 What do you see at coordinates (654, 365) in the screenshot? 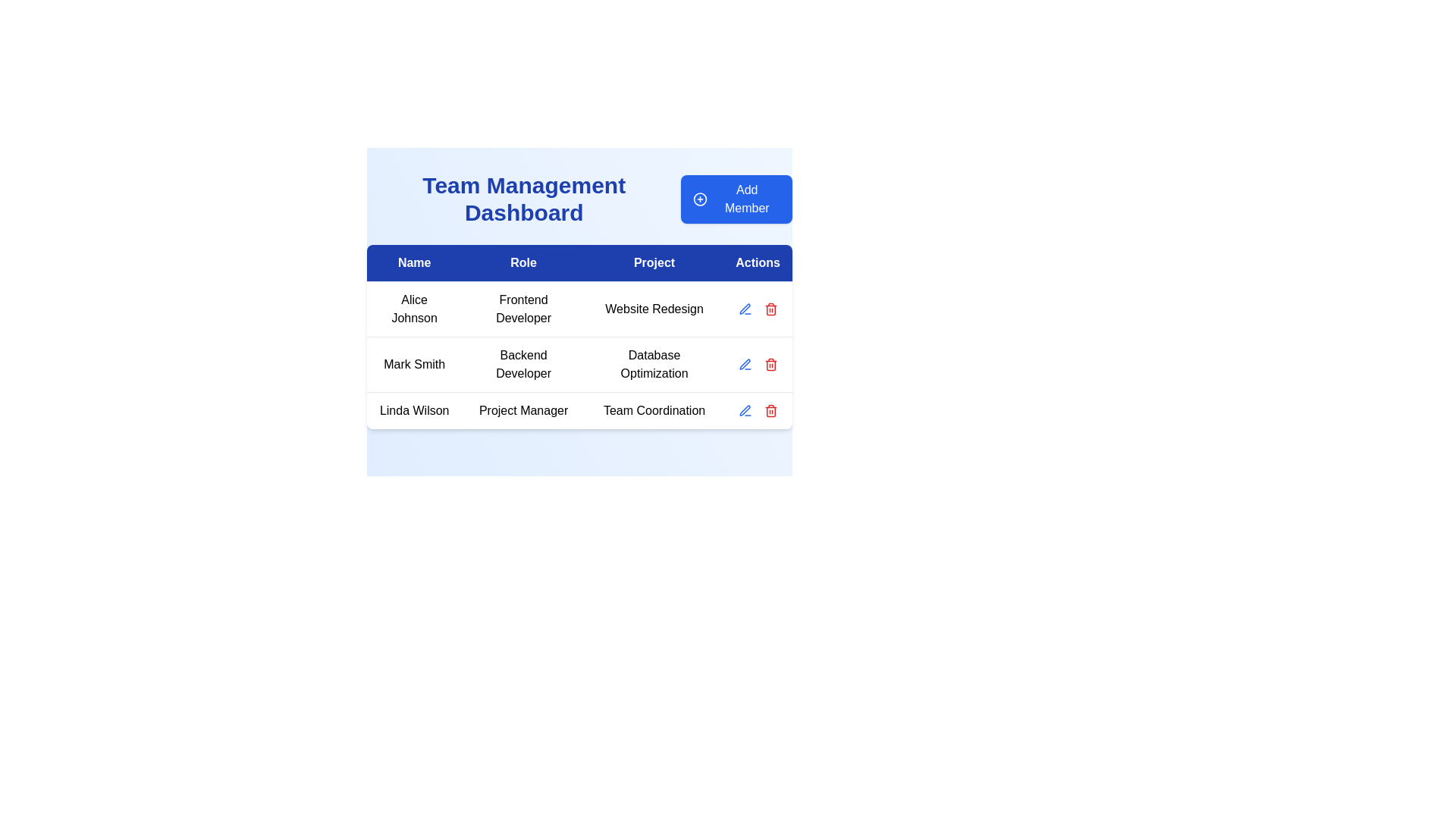
I see `the text label displaying 'Database Optimization' in black font, aligned to the left, located in the third column of the second data row for the project corresponding to 'Mark Smith'` at bounding box center [654, 365].